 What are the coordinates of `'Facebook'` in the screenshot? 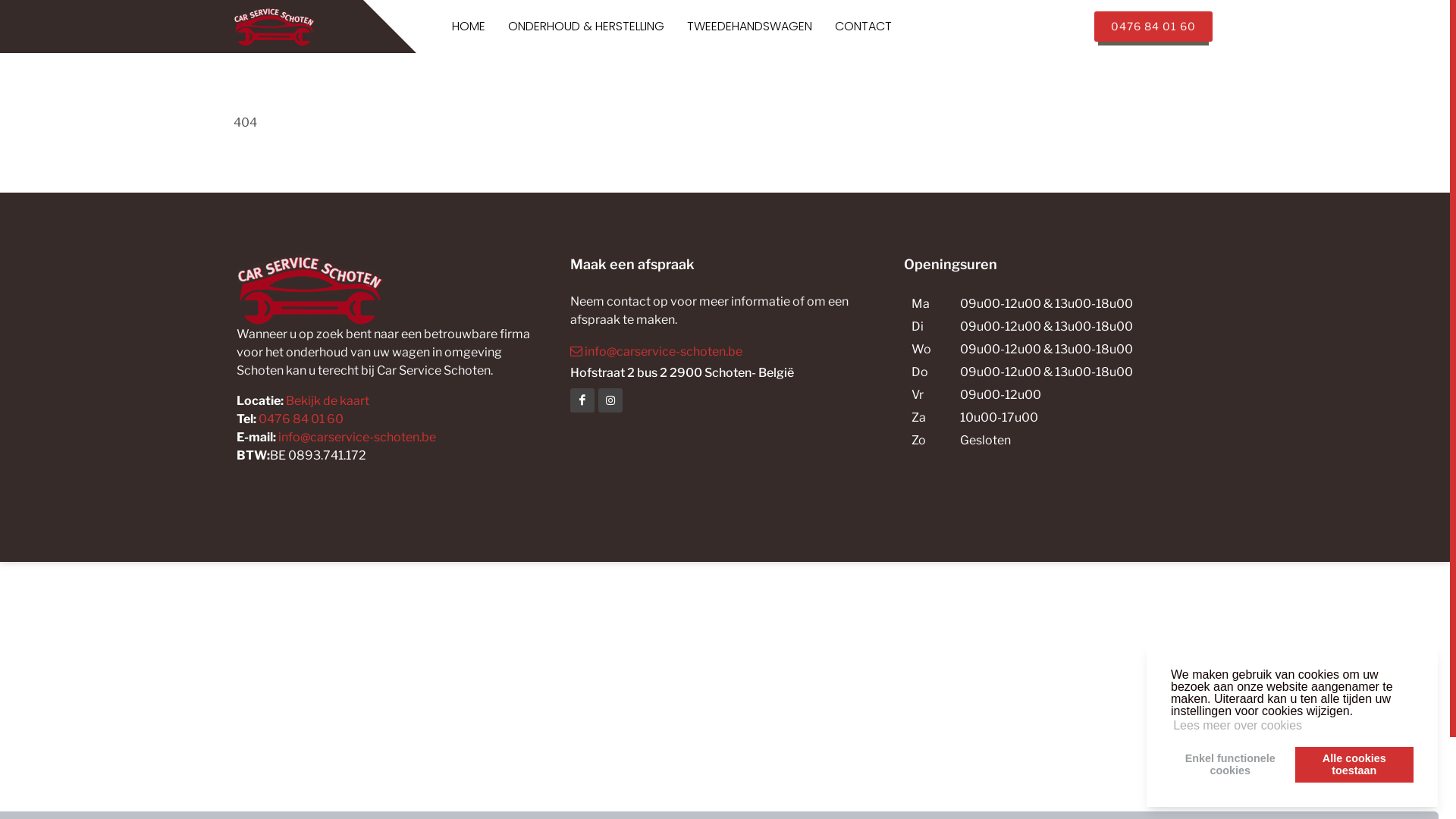 It's located at (582, 400).